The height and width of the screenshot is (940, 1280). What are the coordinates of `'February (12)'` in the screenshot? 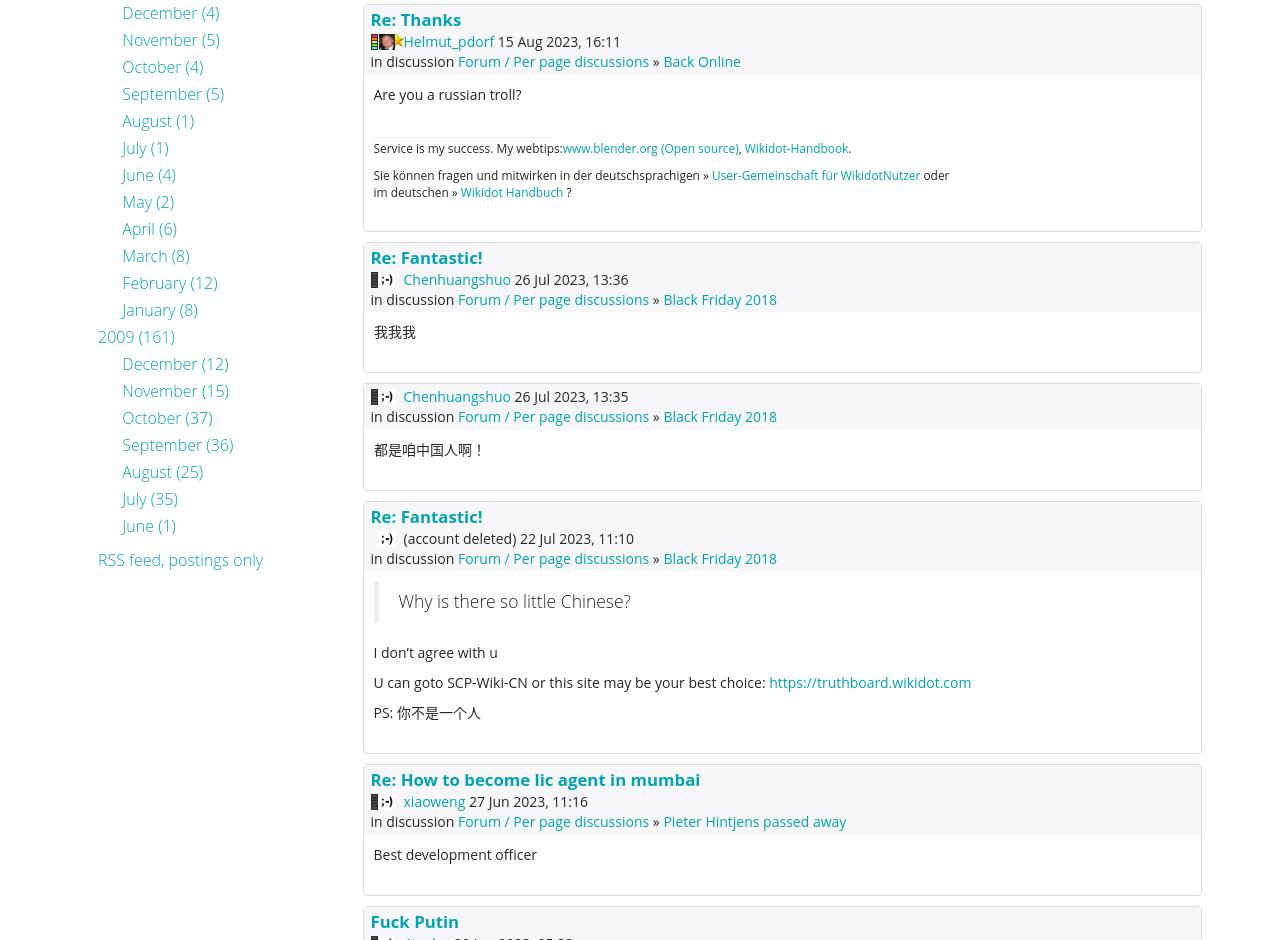 It's located at (169, 282).